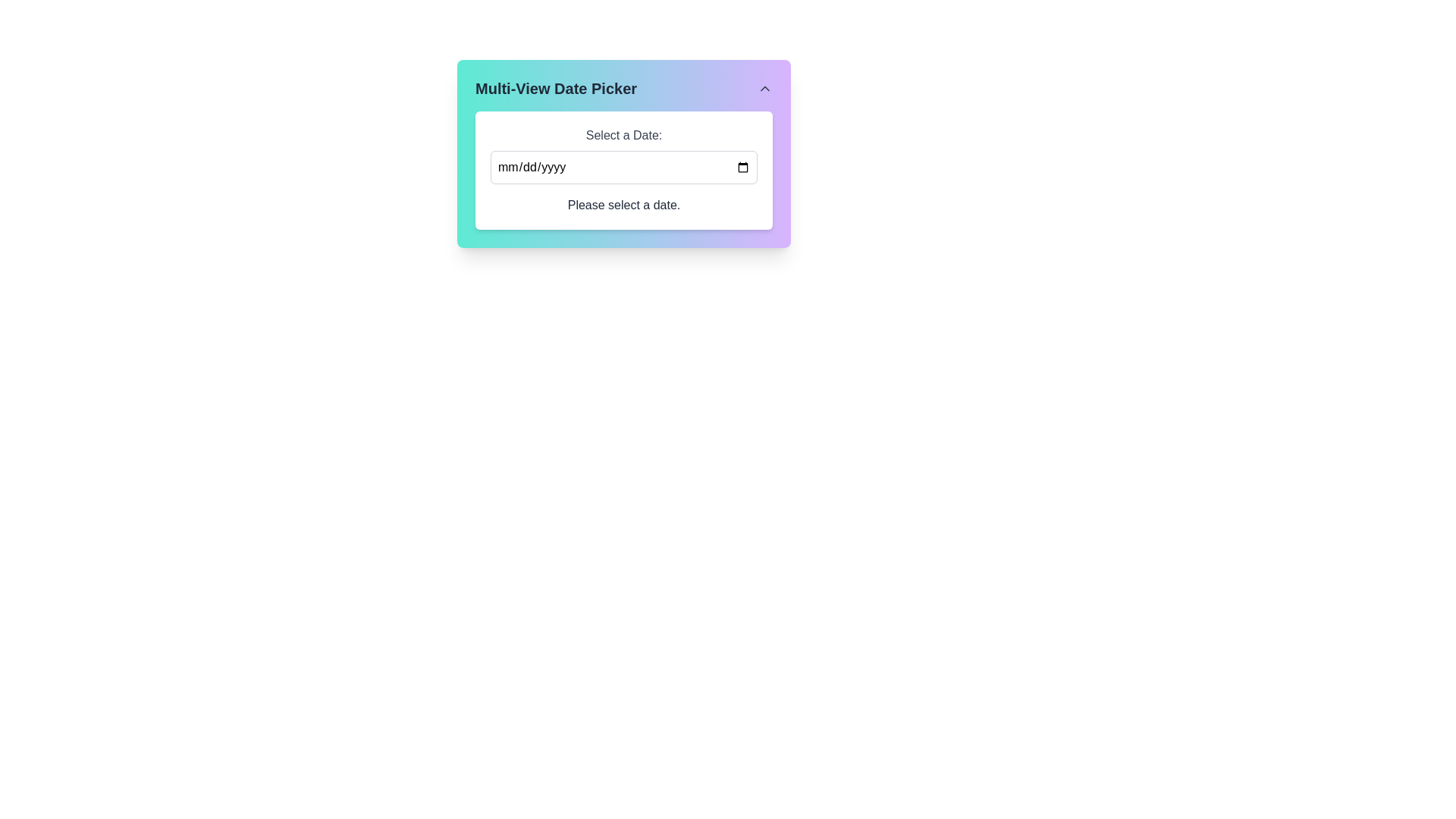 The height and width of the screenshot is (819, 1456). I want to click on the label that guides the user for the date input field, located above the input field with a placeholder of 'mm/dd/yyyy', so click(623, 134).